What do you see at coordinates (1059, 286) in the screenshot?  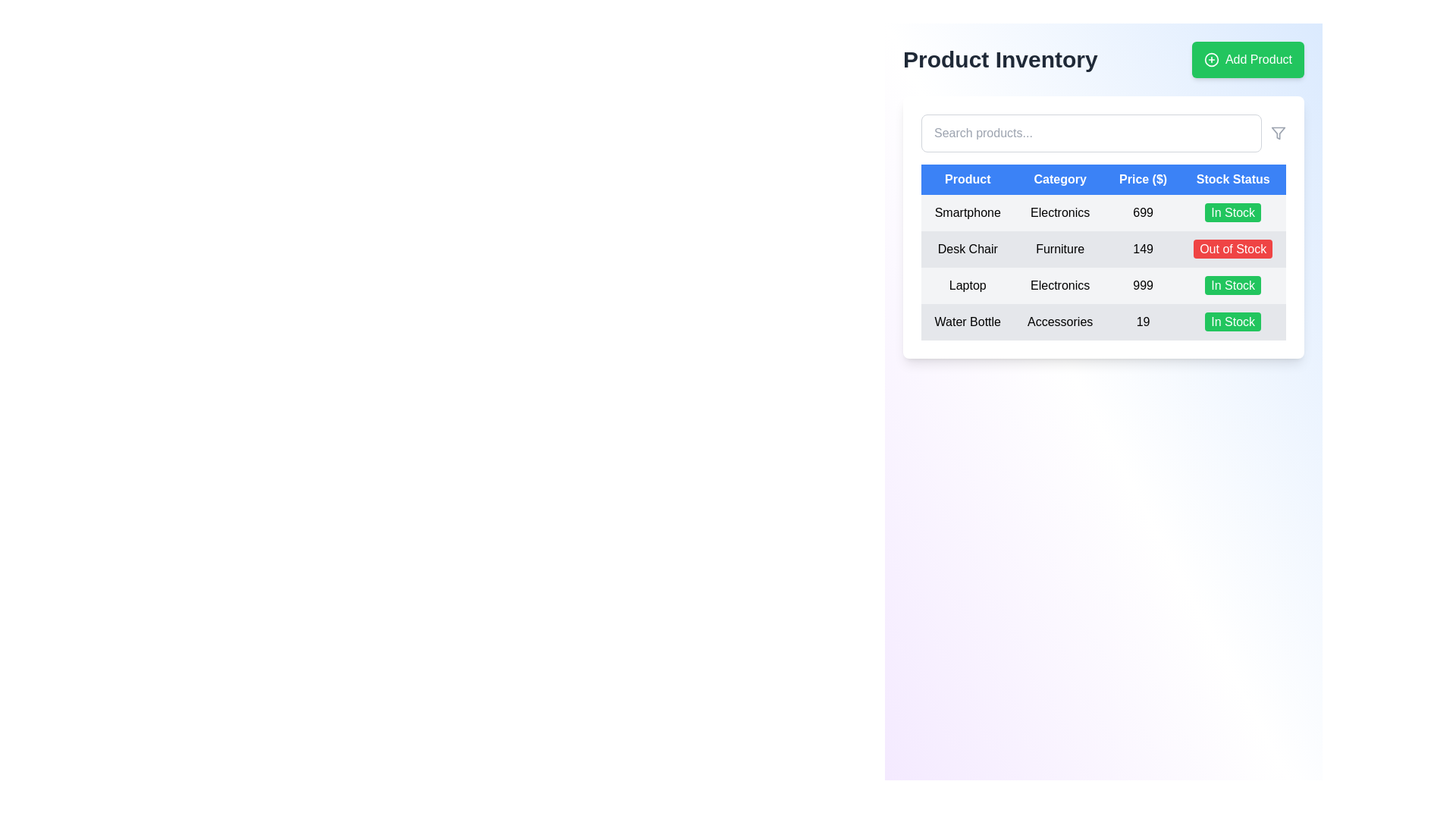 I see `the text label representing the product category 'Laptop' in the inventory table, located in the second column of the row associated with the product name` at bounding box center [1059, 286].